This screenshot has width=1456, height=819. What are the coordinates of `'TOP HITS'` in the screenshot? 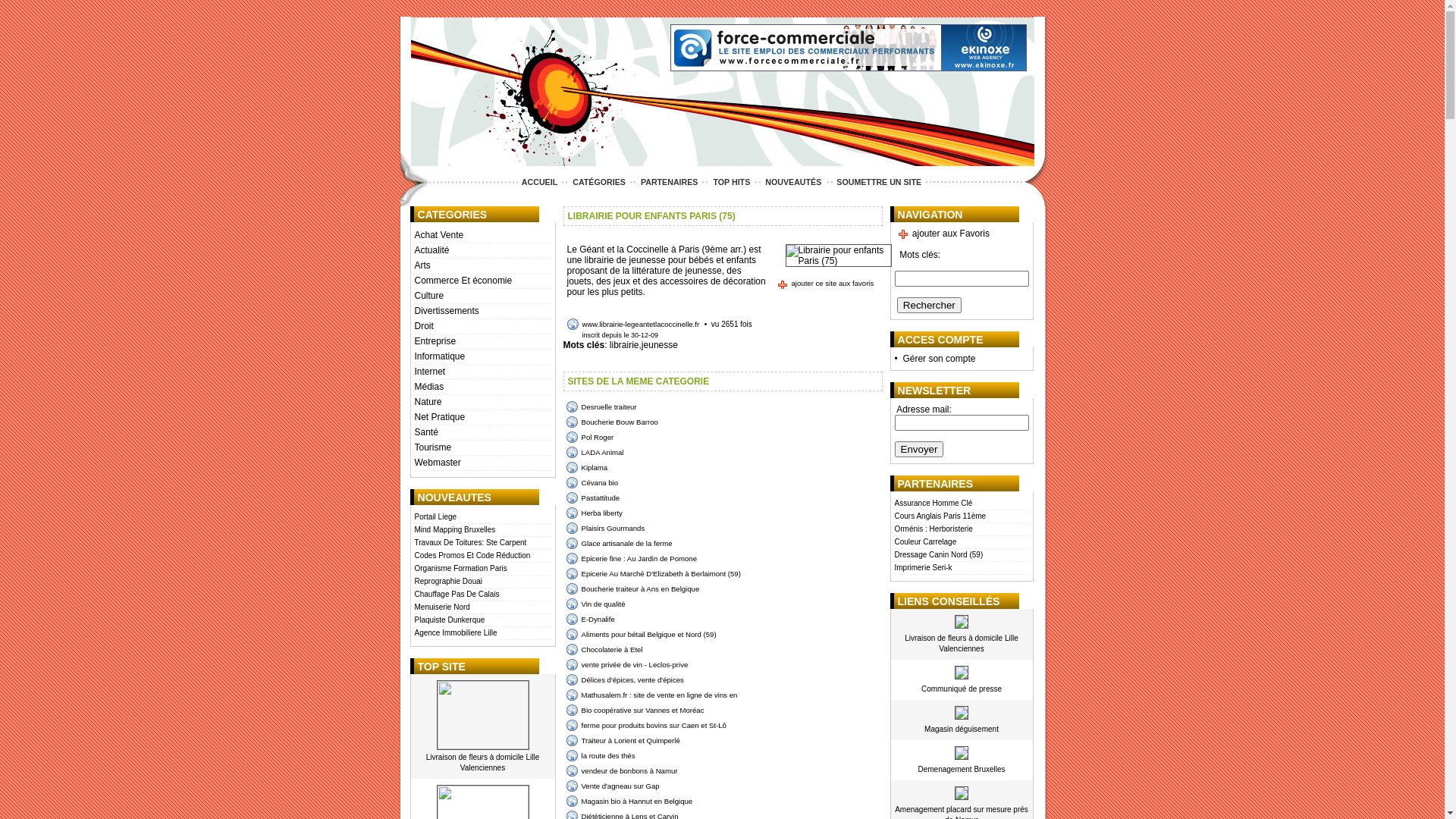 It's located at (708, 180).